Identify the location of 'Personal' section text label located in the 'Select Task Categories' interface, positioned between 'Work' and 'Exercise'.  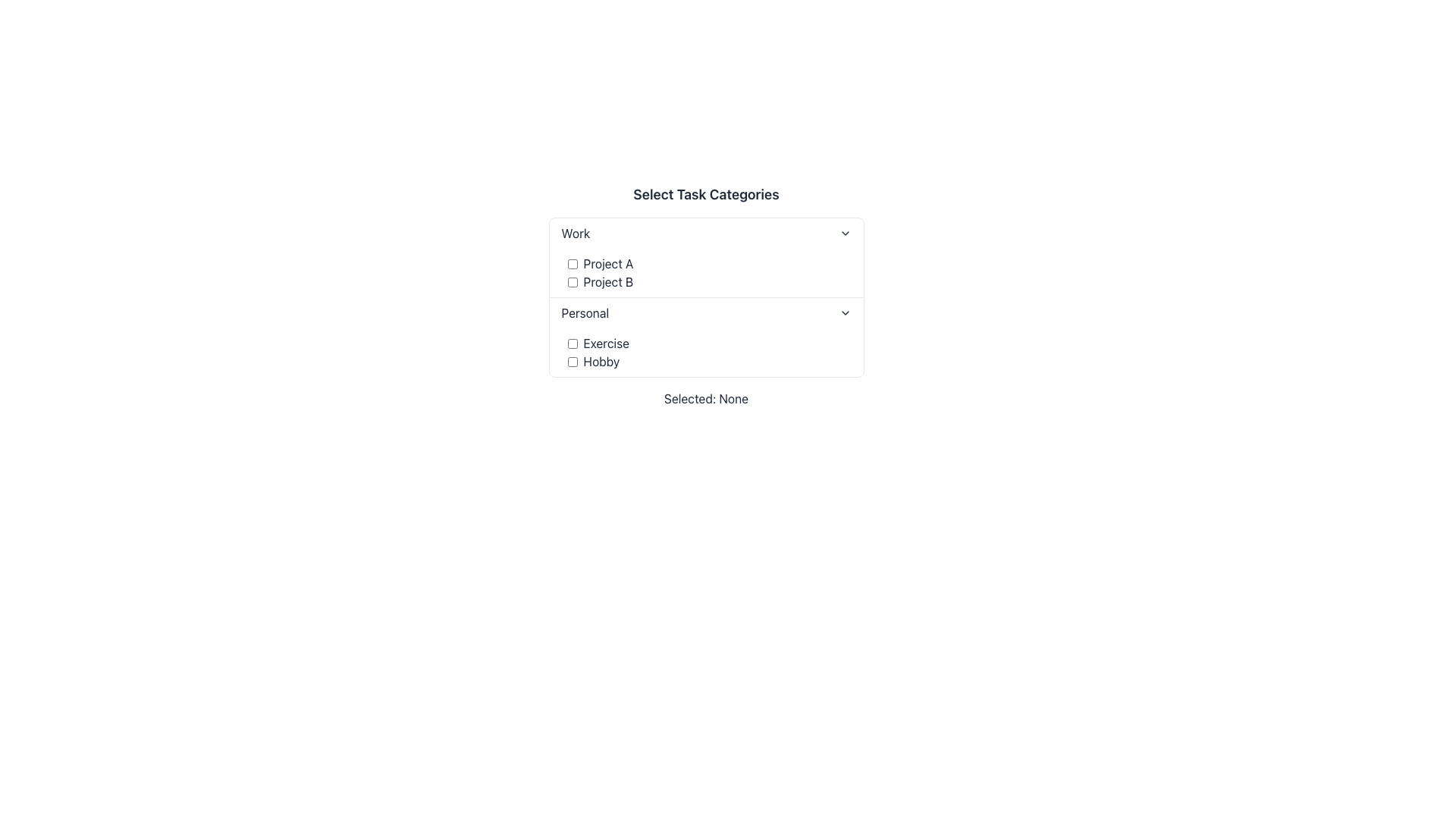
(584, 312).